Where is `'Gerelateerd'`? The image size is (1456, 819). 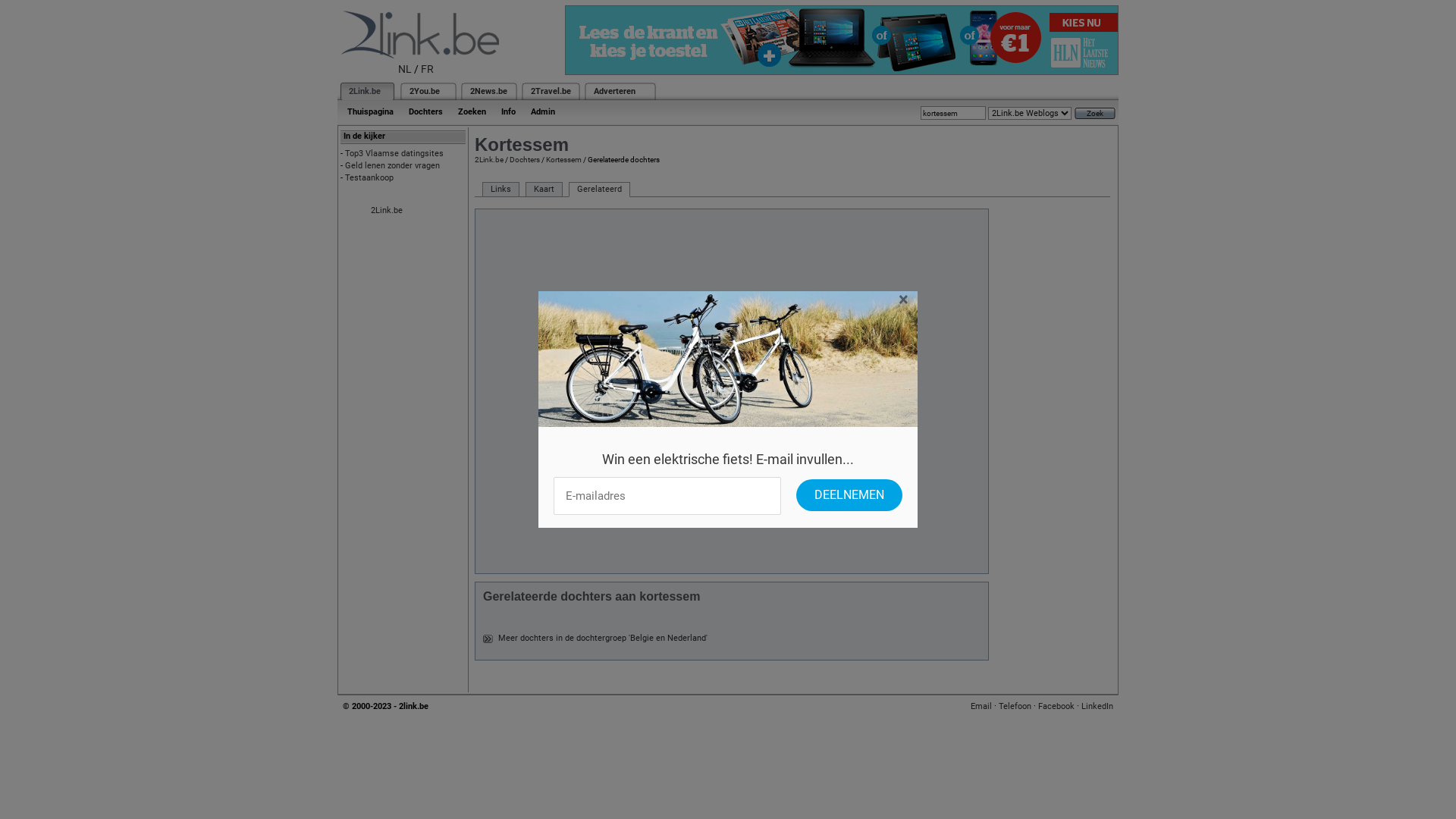 'Gerelateerd' is located at coordinates (567, 189).